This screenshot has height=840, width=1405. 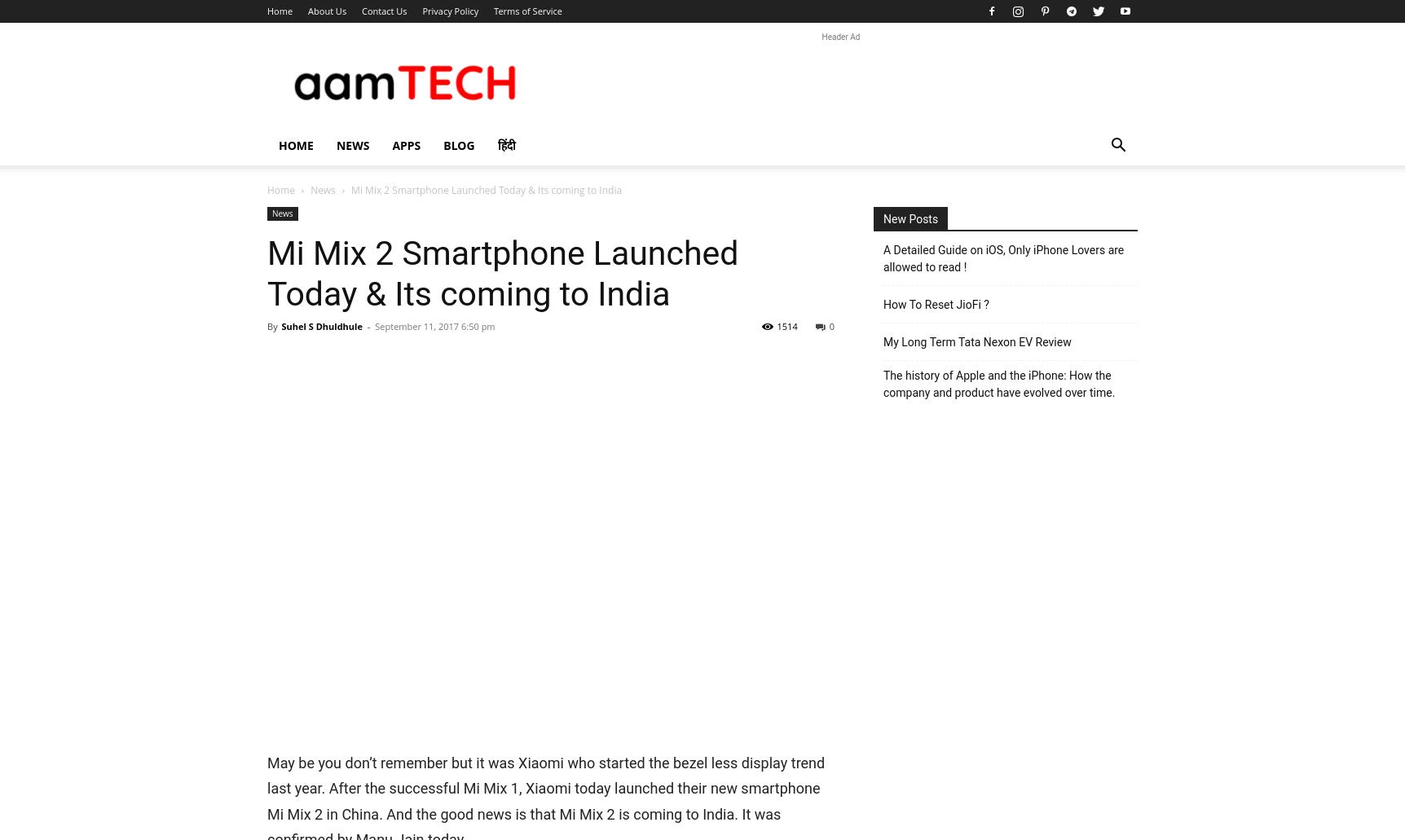 I want to click on 'My Long Term Tata Nexon EV Review', so click(x=977, y=342).